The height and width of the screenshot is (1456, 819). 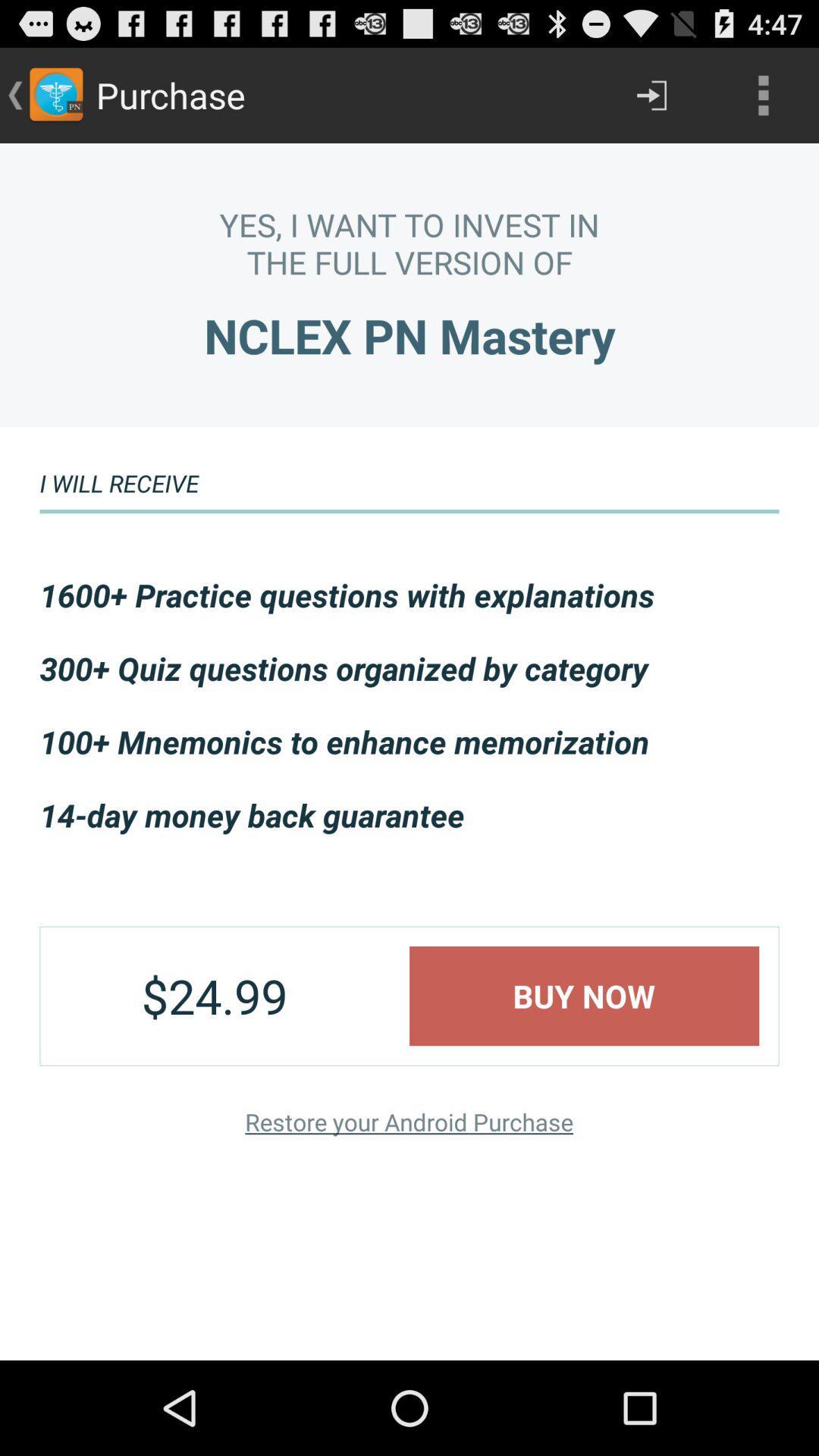 What do you see at coordinates (408, 1122) in the screenshot?
I see `the restore your android icon` at bounding box center [408, 1122].